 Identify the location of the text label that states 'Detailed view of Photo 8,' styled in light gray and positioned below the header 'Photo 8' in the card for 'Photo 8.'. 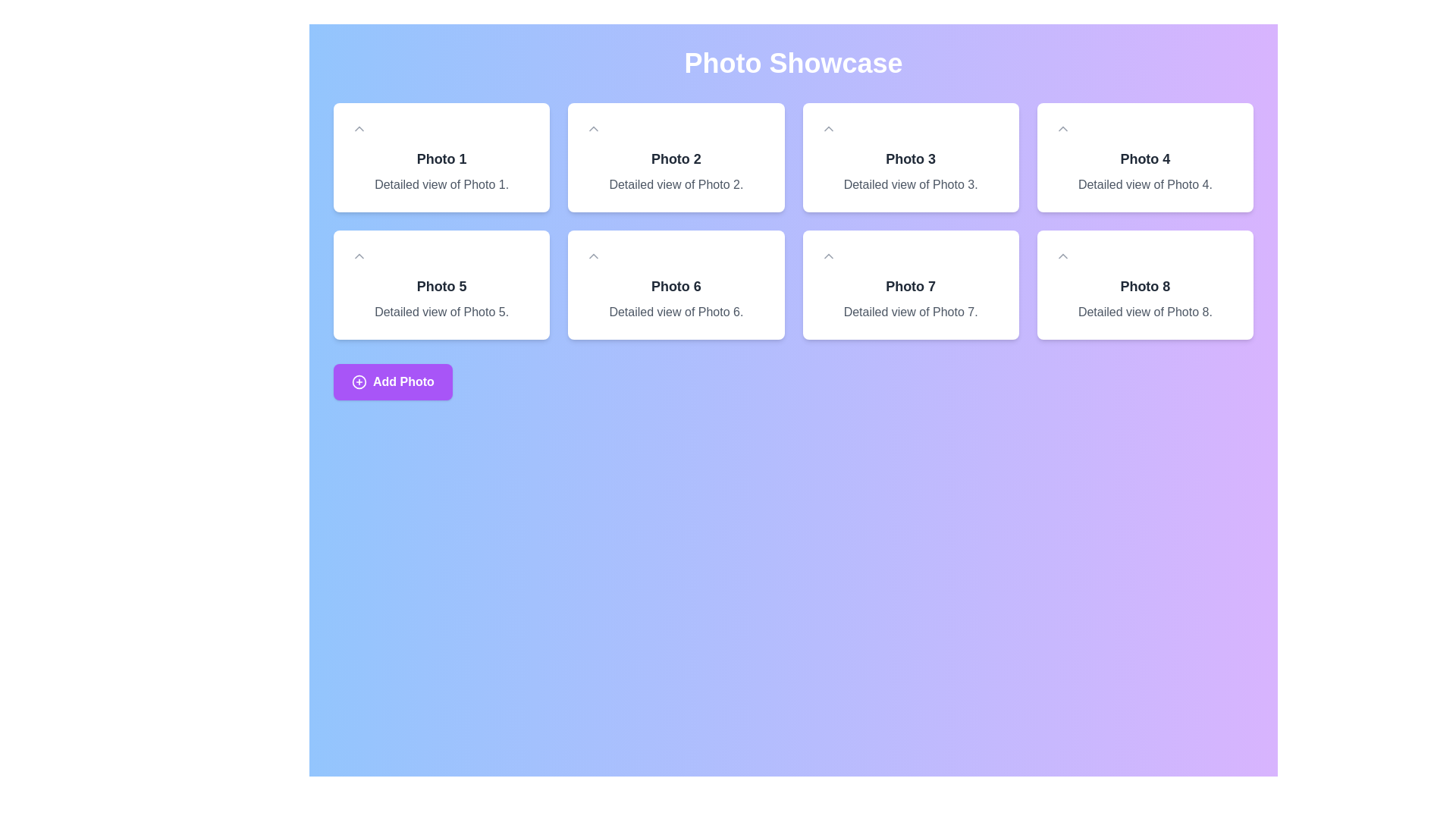
(1145, 312).